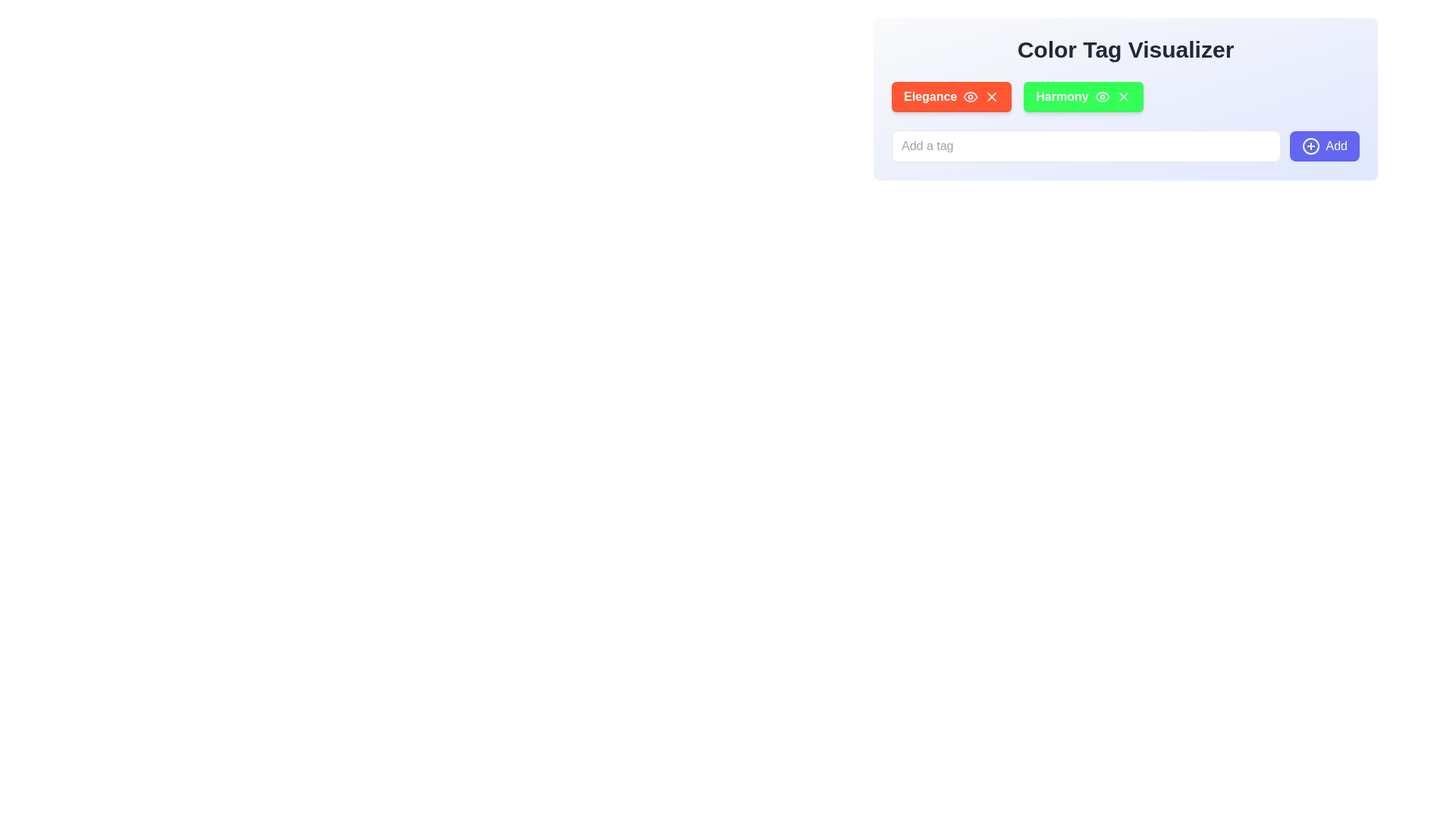 The image size is (1456, 819). I want to click on the 'X' icon inside the green 'Harmony' tag, so click(1125, 99).